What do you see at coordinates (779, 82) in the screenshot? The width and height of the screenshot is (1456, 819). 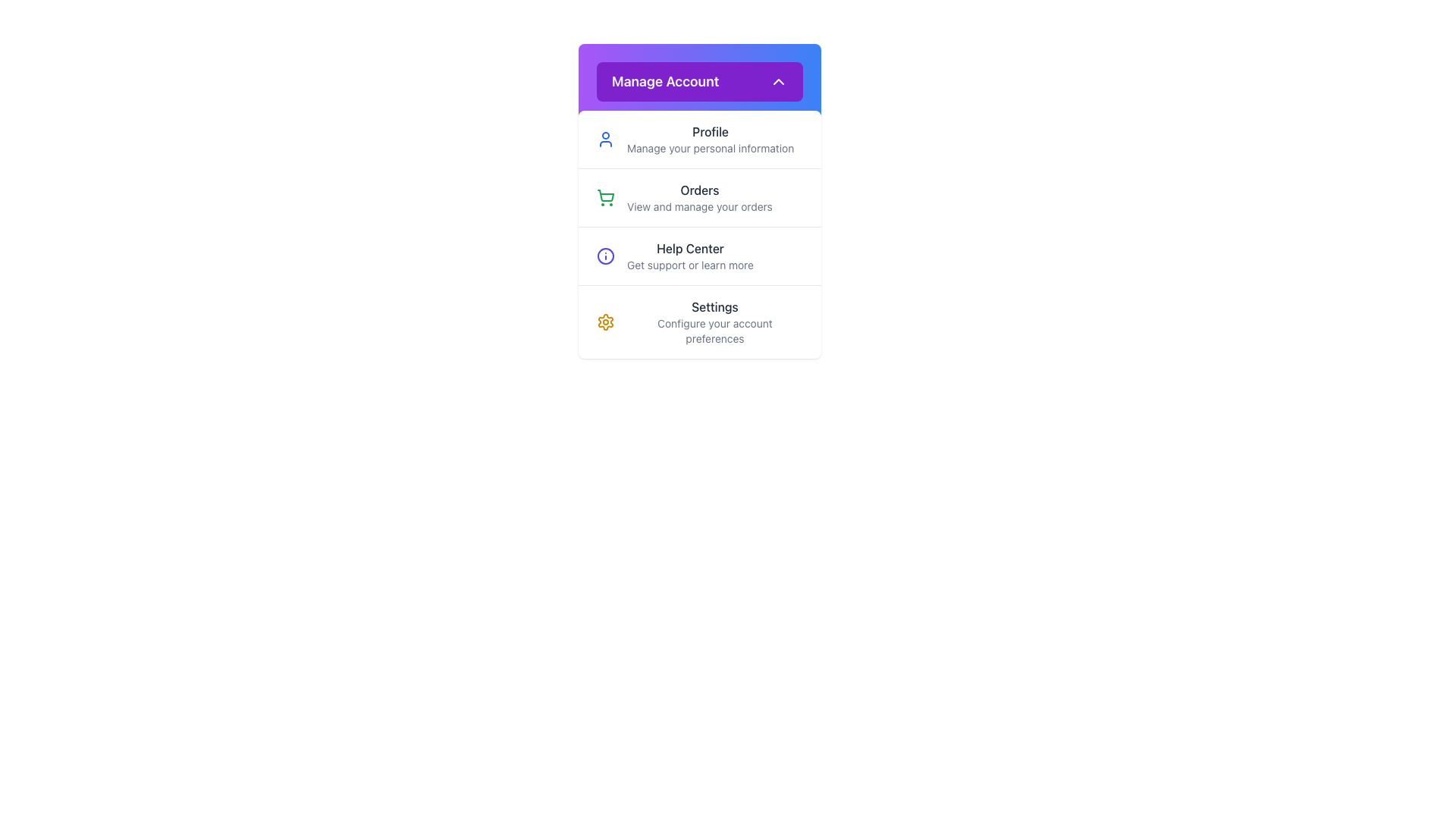 I see `the Chevron-Up icon in the top-right corner of the 'Manage Account' section` at bounding box center [779, 82].